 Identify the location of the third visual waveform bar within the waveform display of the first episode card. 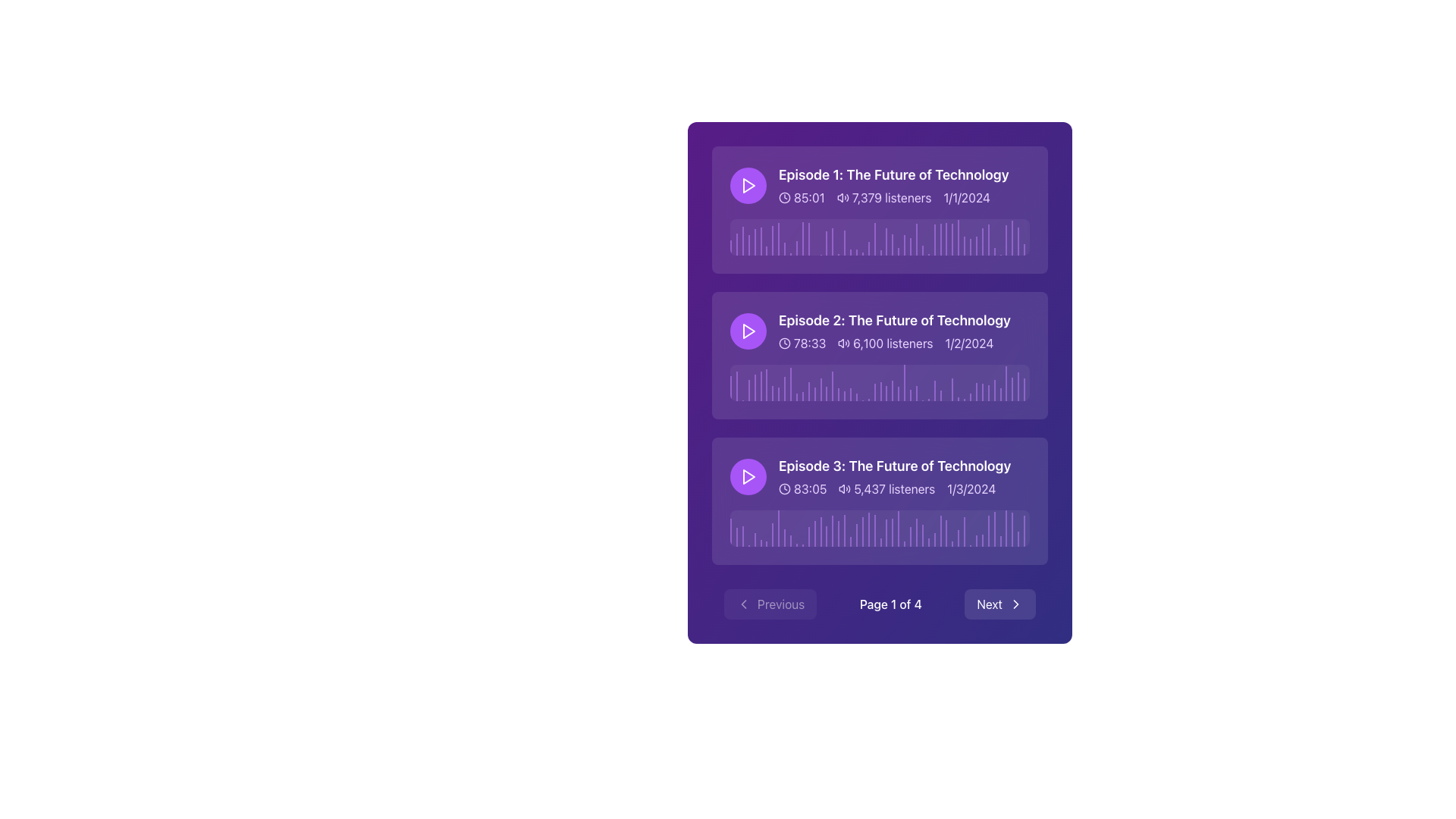
(742, 240).